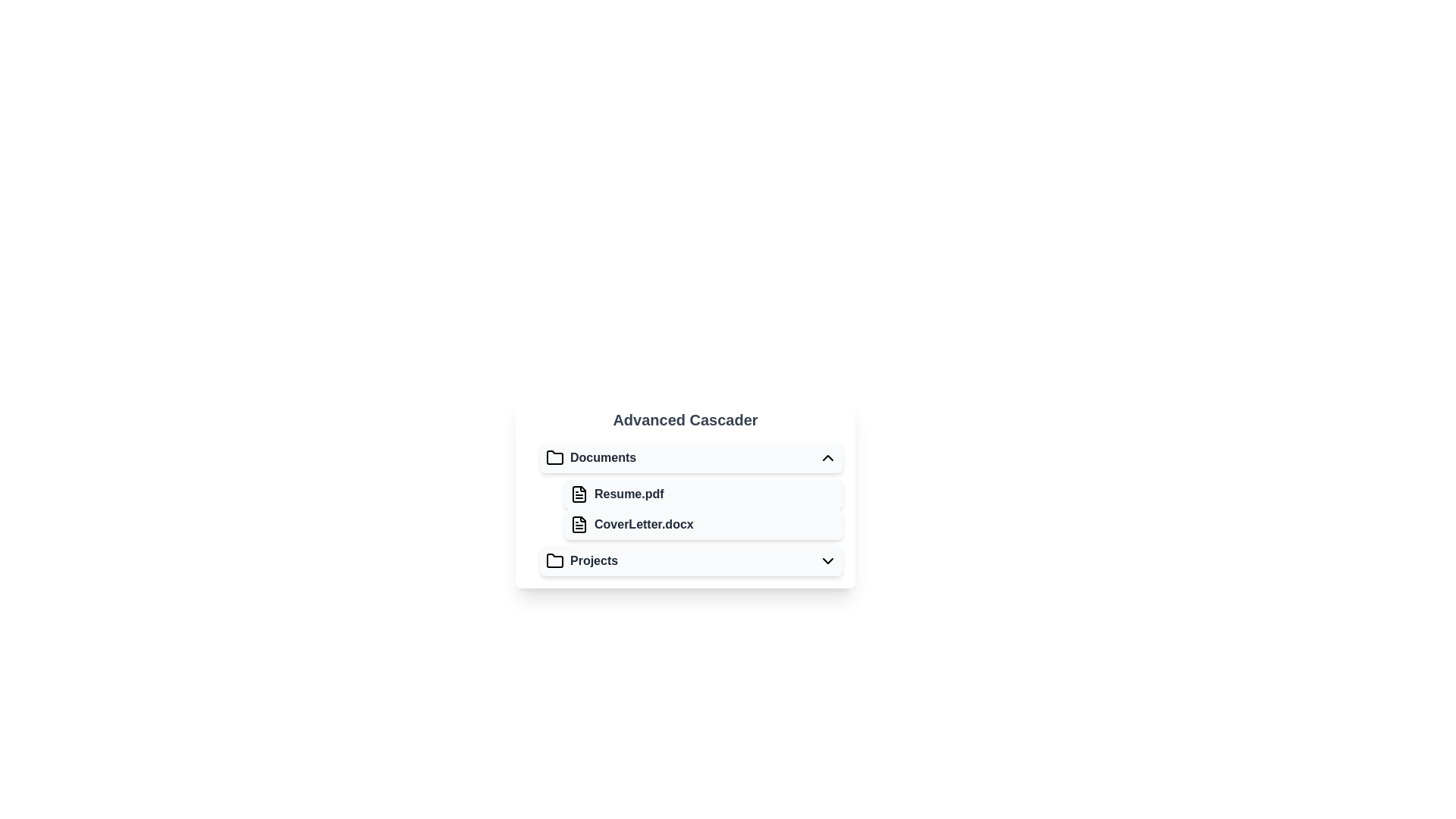 The height and width of the screenshot is (819, 1456). What do you see at coordinates (593, 561) in the screenshot?
I see `the 'Projects' text label located to the right of the folder icon in the bottom-most option of the cascading menu for selection or activation` at bounding box center [593, 561].